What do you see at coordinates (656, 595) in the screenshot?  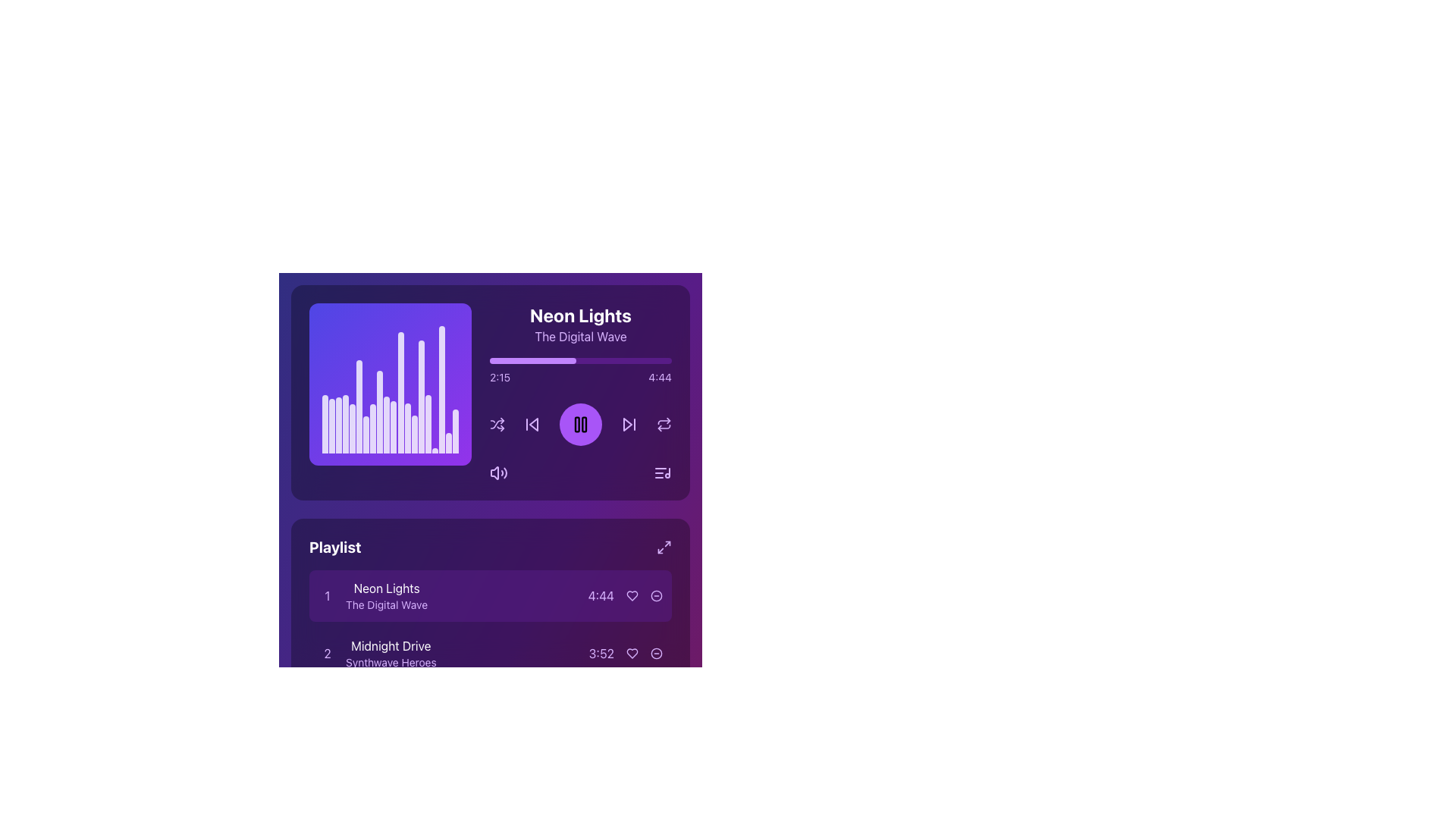 I see `the action button located at the rightmost side of the playlist row, adjacent to the '4:44' text and to the right of the song title 'Neon Lights'` at bounding box center [656, 595].